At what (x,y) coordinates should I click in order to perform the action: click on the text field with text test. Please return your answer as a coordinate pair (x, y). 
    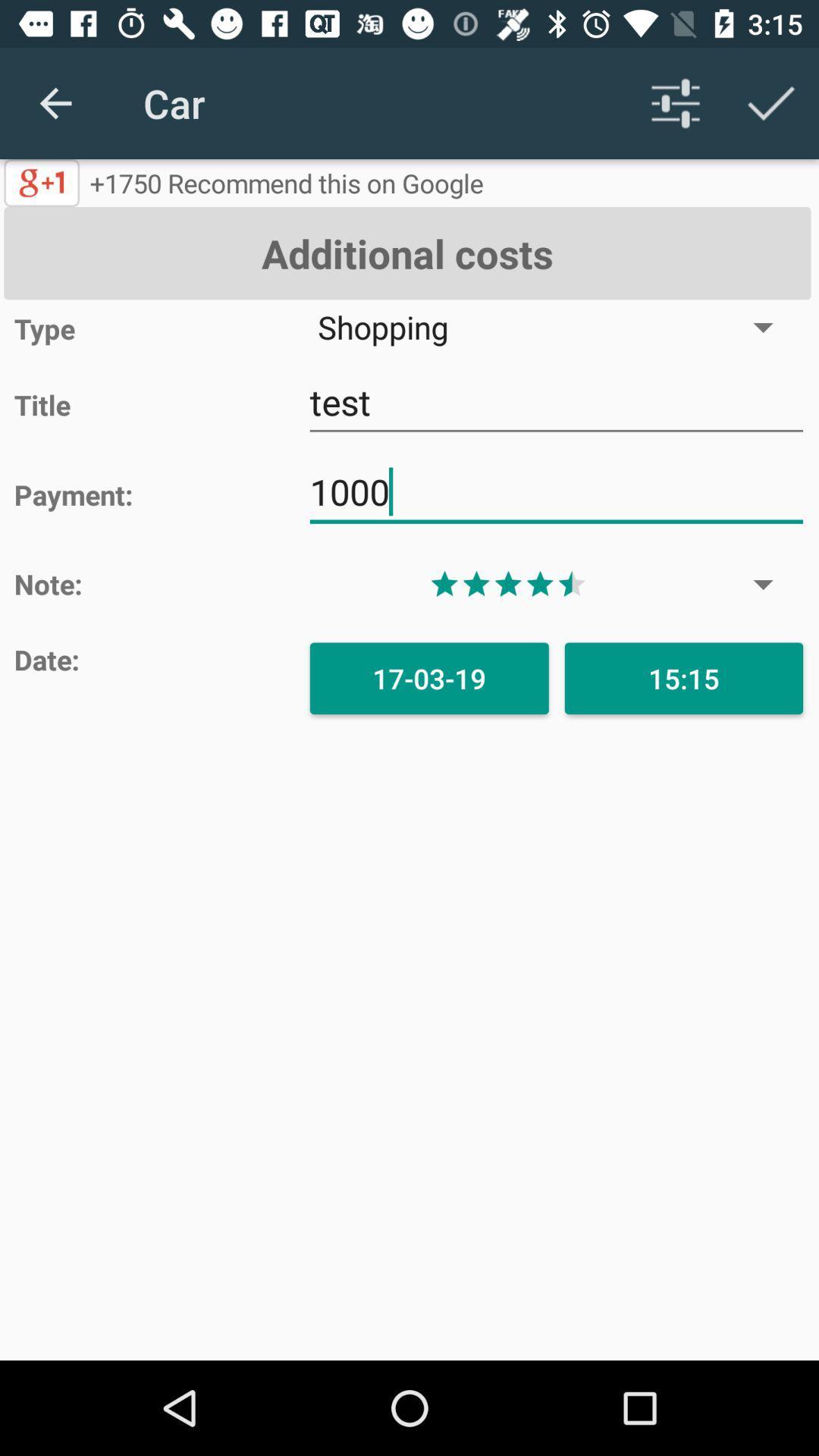
    Looking at the image, I should click on (556, 403).